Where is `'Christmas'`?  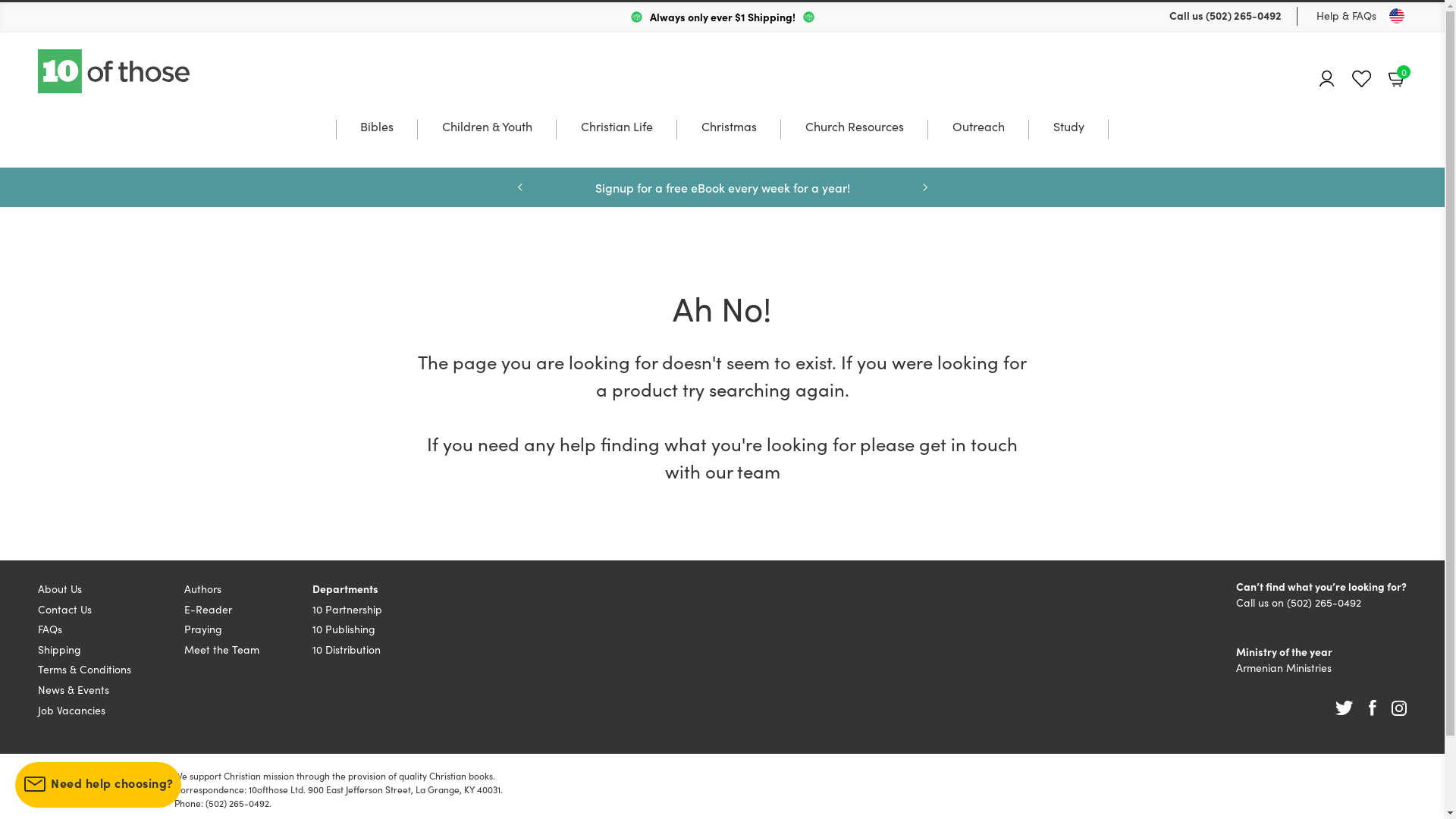 'Christmas' is located at coordinates (729, 140).